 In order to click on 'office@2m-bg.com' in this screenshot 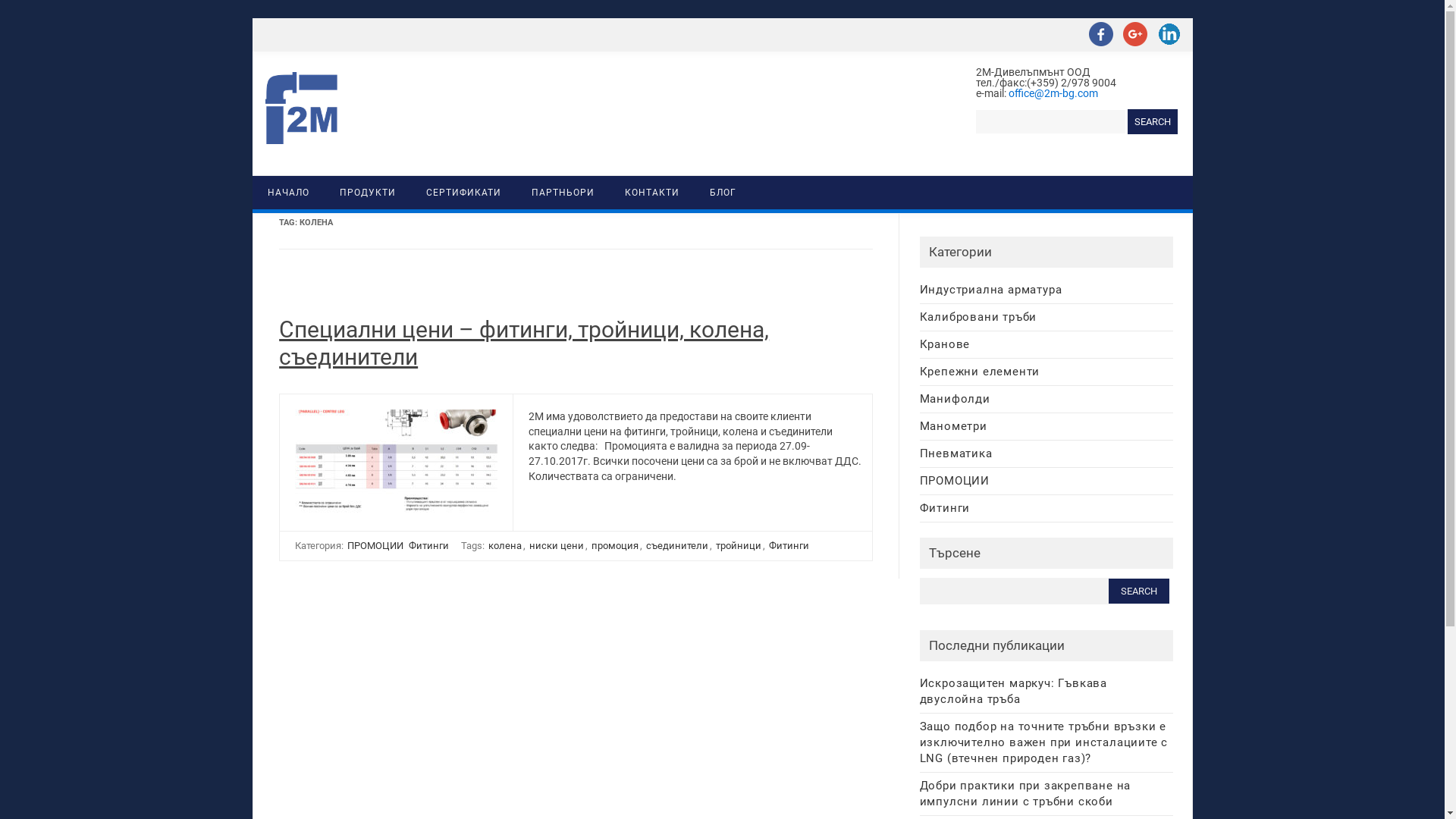, I will do `click(1008, 93)`.